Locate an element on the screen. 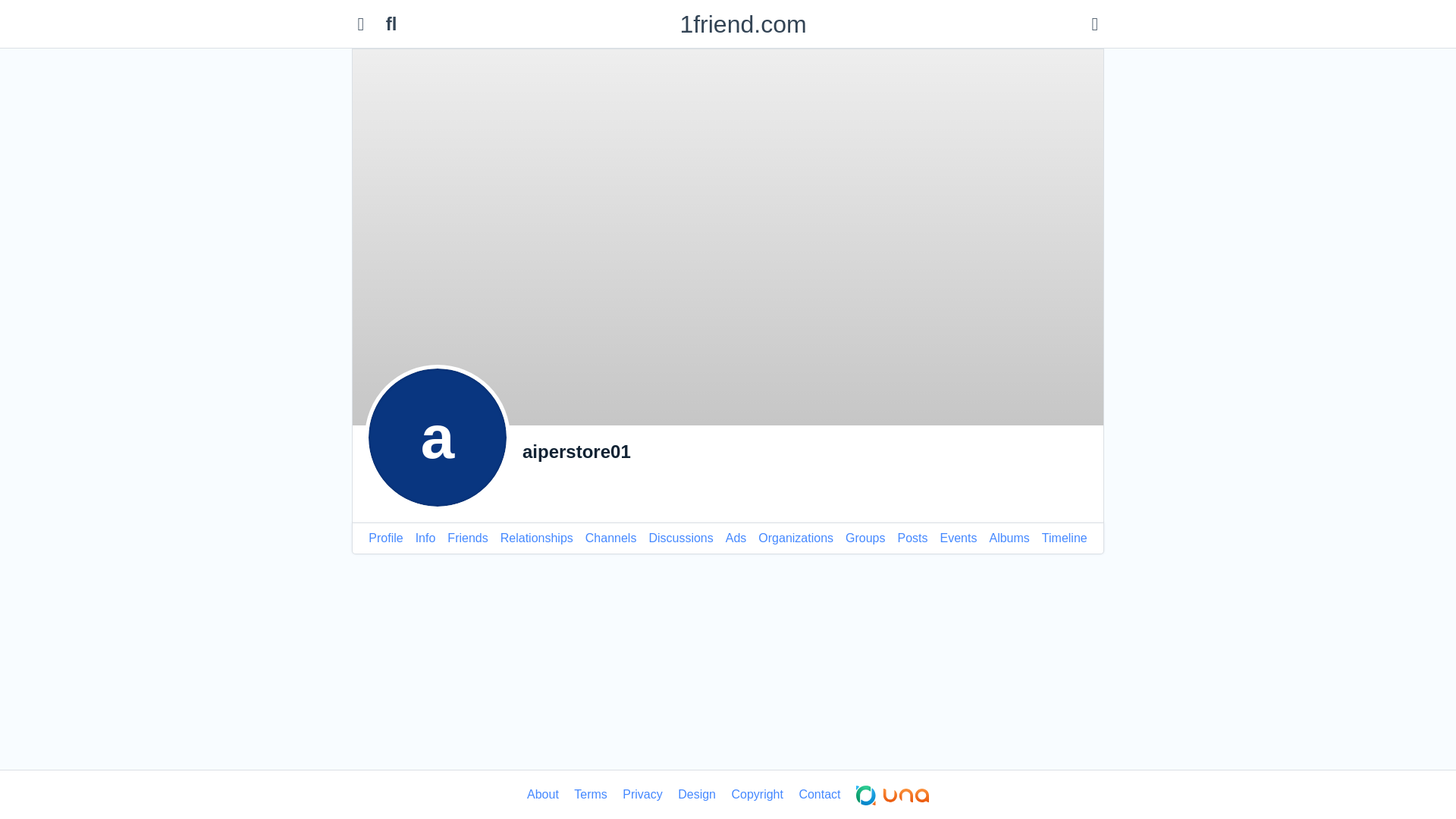 This screenshot has height=819, width=1456. 'Powered by UNA Community Management System' is located at coordinates (892, 794).